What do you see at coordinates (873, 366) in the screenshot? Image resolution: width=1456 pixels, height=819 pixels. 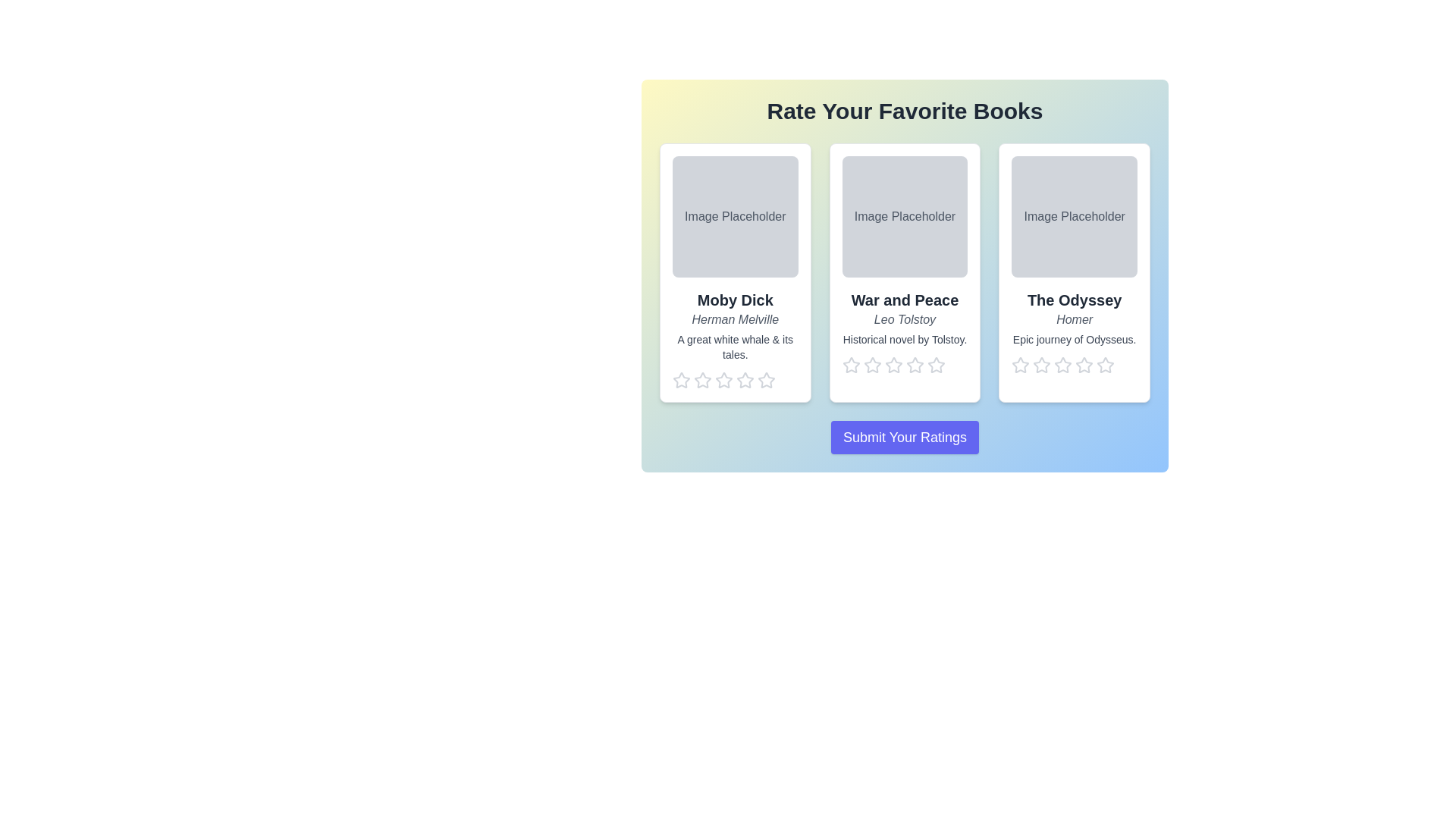 I see `the star corresponding to the rating 2 for the book War and Peace` at bounding box center [873, 366].